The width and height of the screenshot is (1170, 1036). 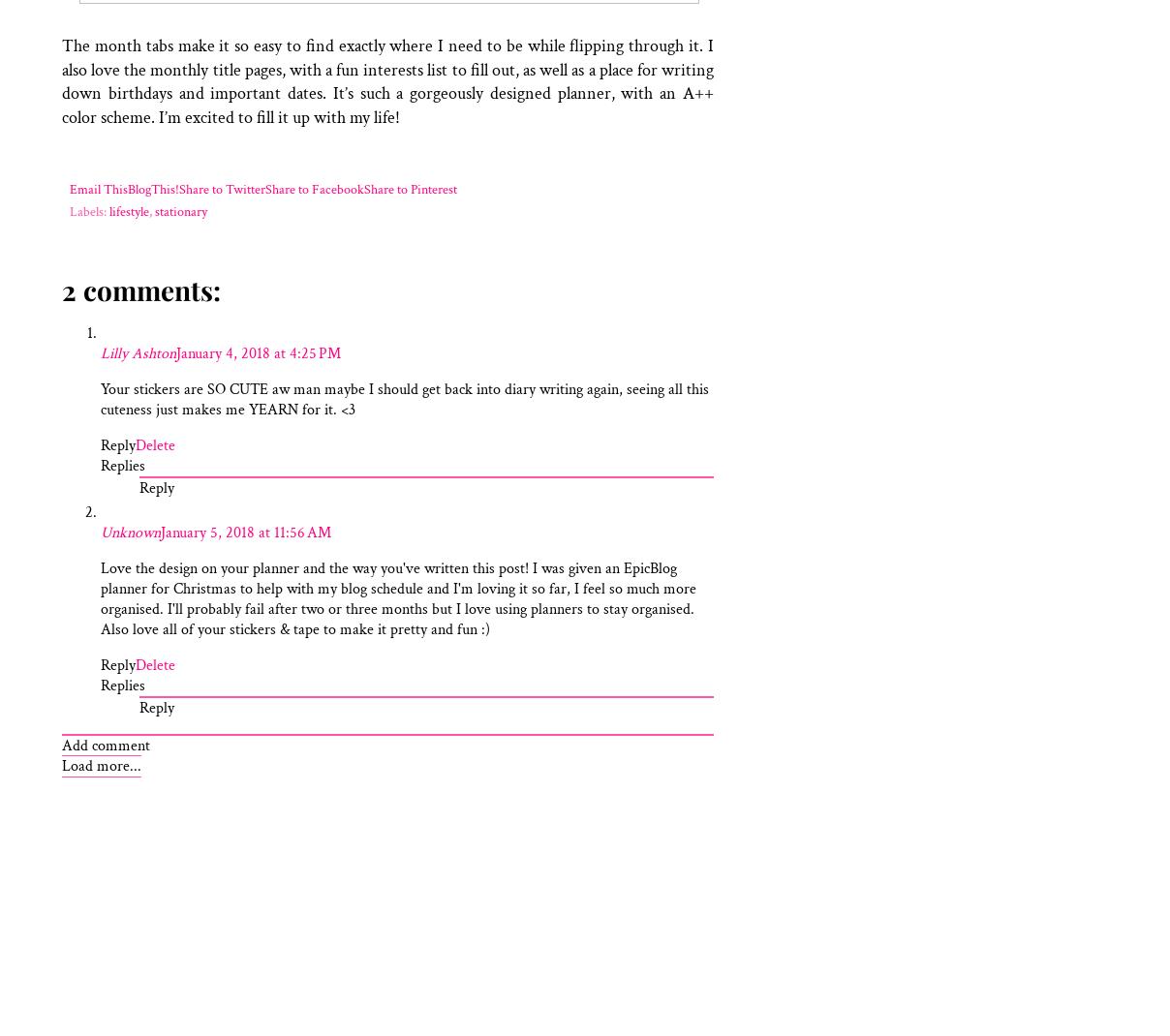 I want to click on 'Add comment', so click(x=61, y=744).